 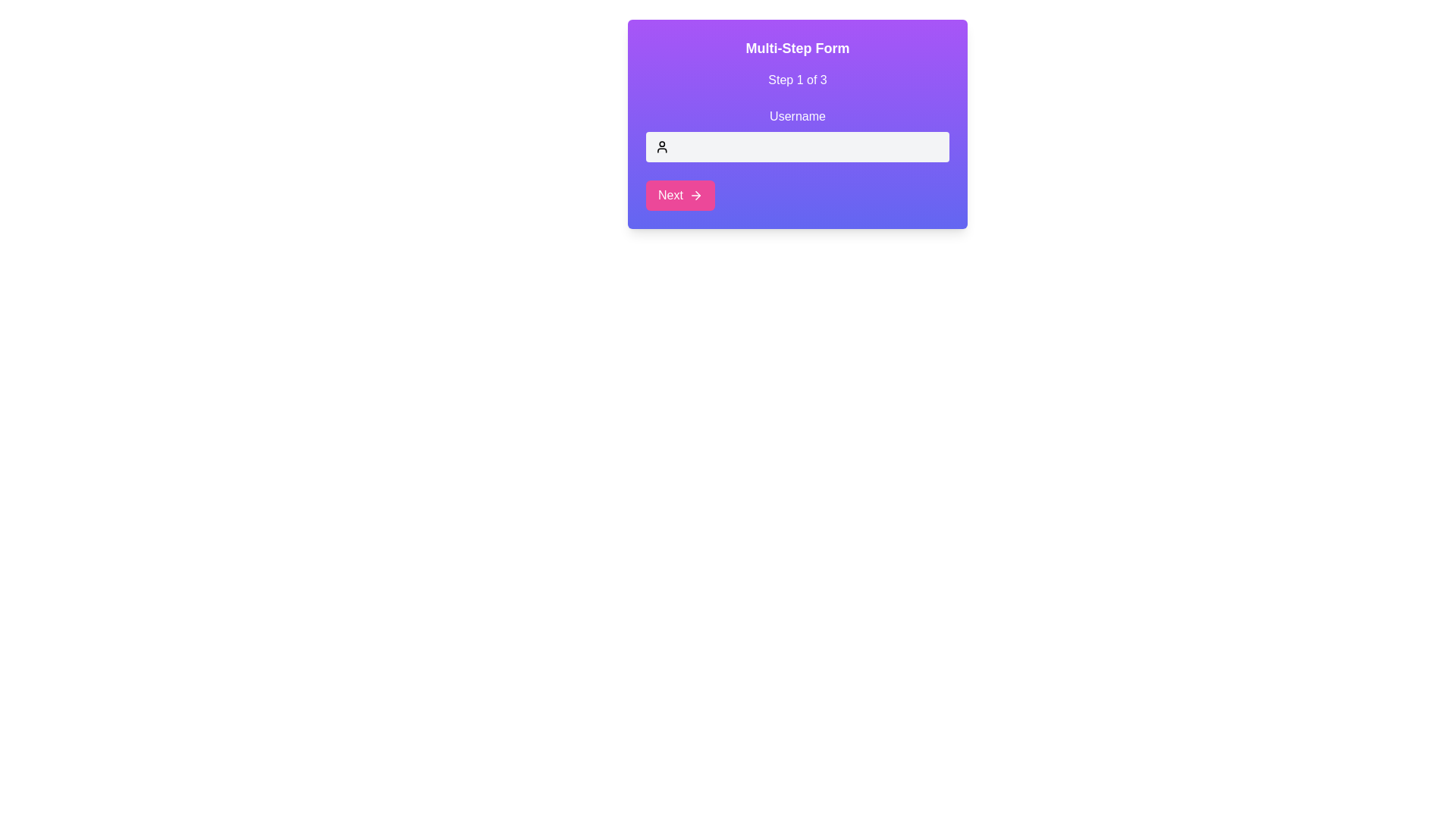 I want to click on the 'Next' button which is styled with a pink background, has rounded corners, and contains a bold label aligned to the left of an arrow icon, so click(x=670, y=195).